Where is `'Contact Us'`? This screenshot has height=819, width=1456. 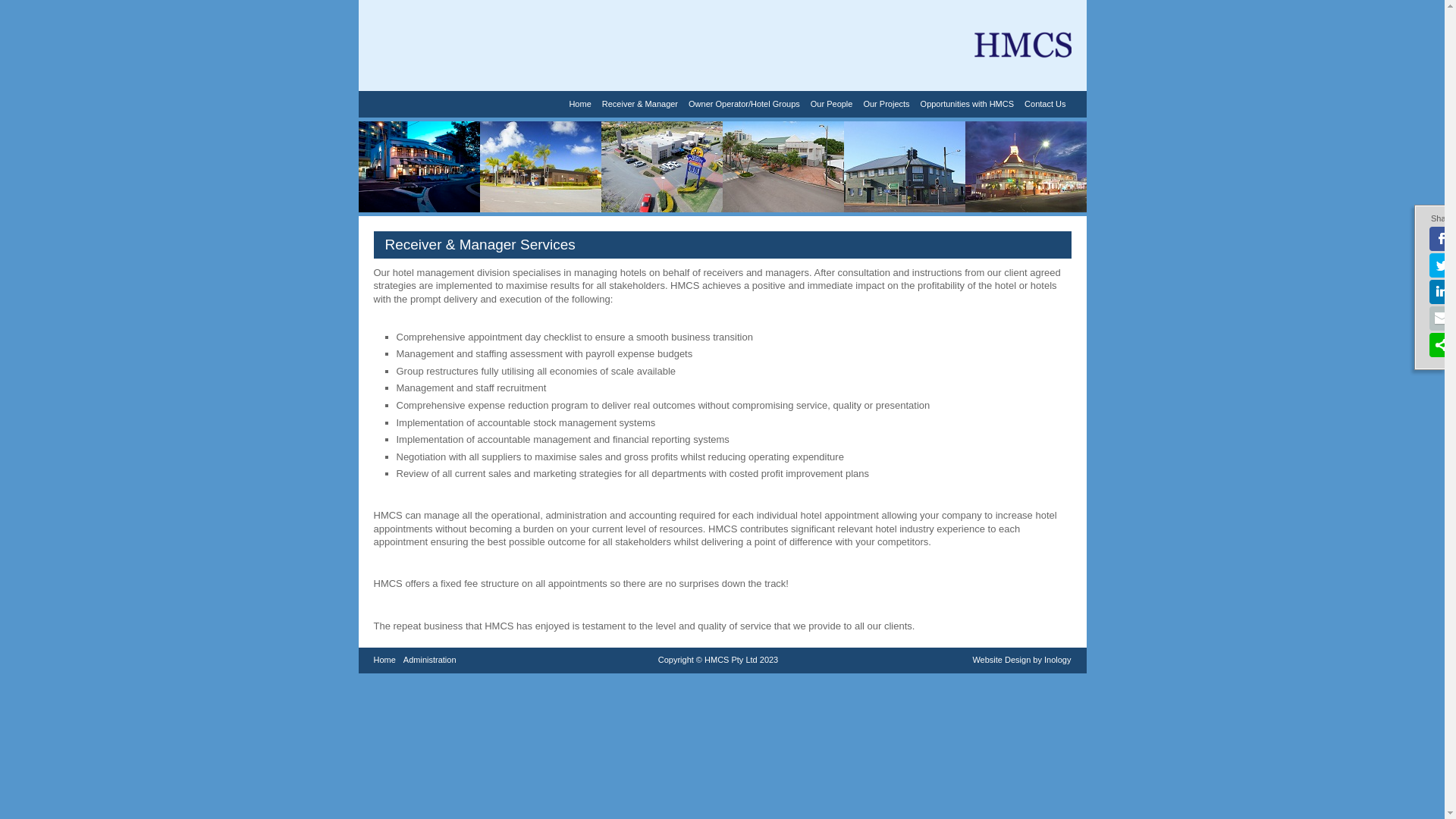
'Contact Us' is located at coordinates (1043, 103).